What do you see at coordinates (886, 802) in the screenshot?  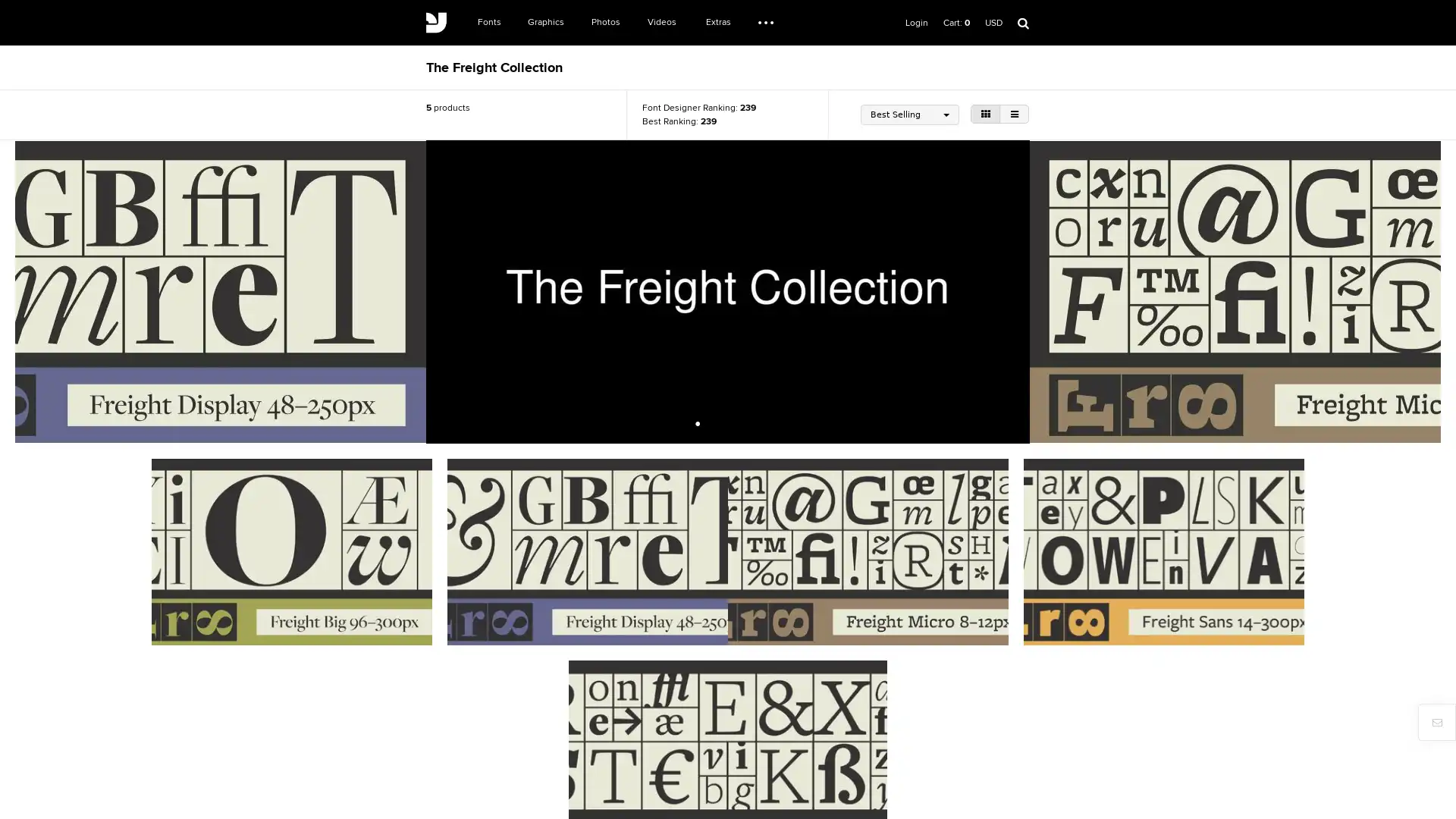 I see `Register` at bounding box center [886, 802].